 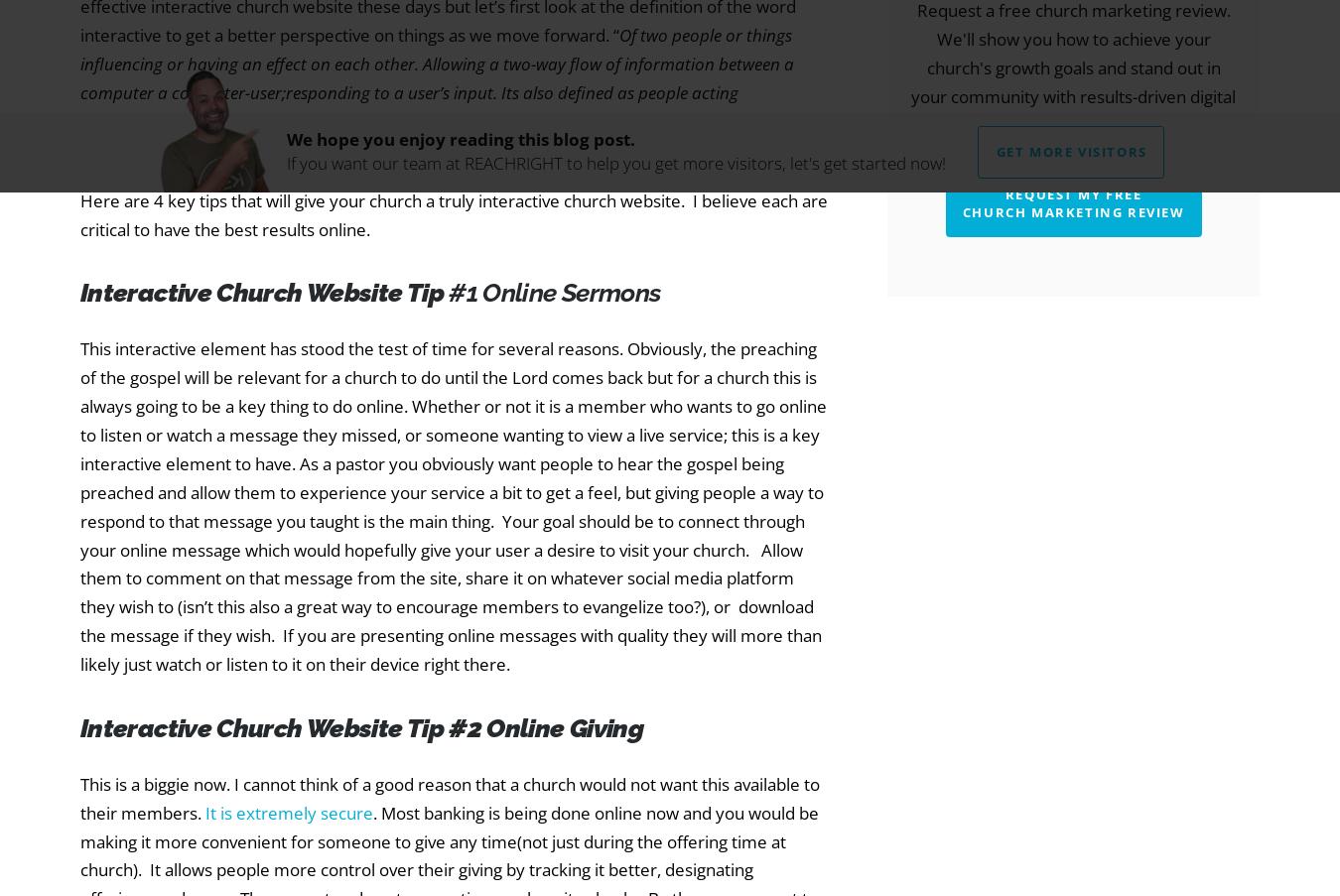 I want to click on 'So knowing this, it is all about reciprocation and communication with a user on your site.', so click(x=79, y=133).